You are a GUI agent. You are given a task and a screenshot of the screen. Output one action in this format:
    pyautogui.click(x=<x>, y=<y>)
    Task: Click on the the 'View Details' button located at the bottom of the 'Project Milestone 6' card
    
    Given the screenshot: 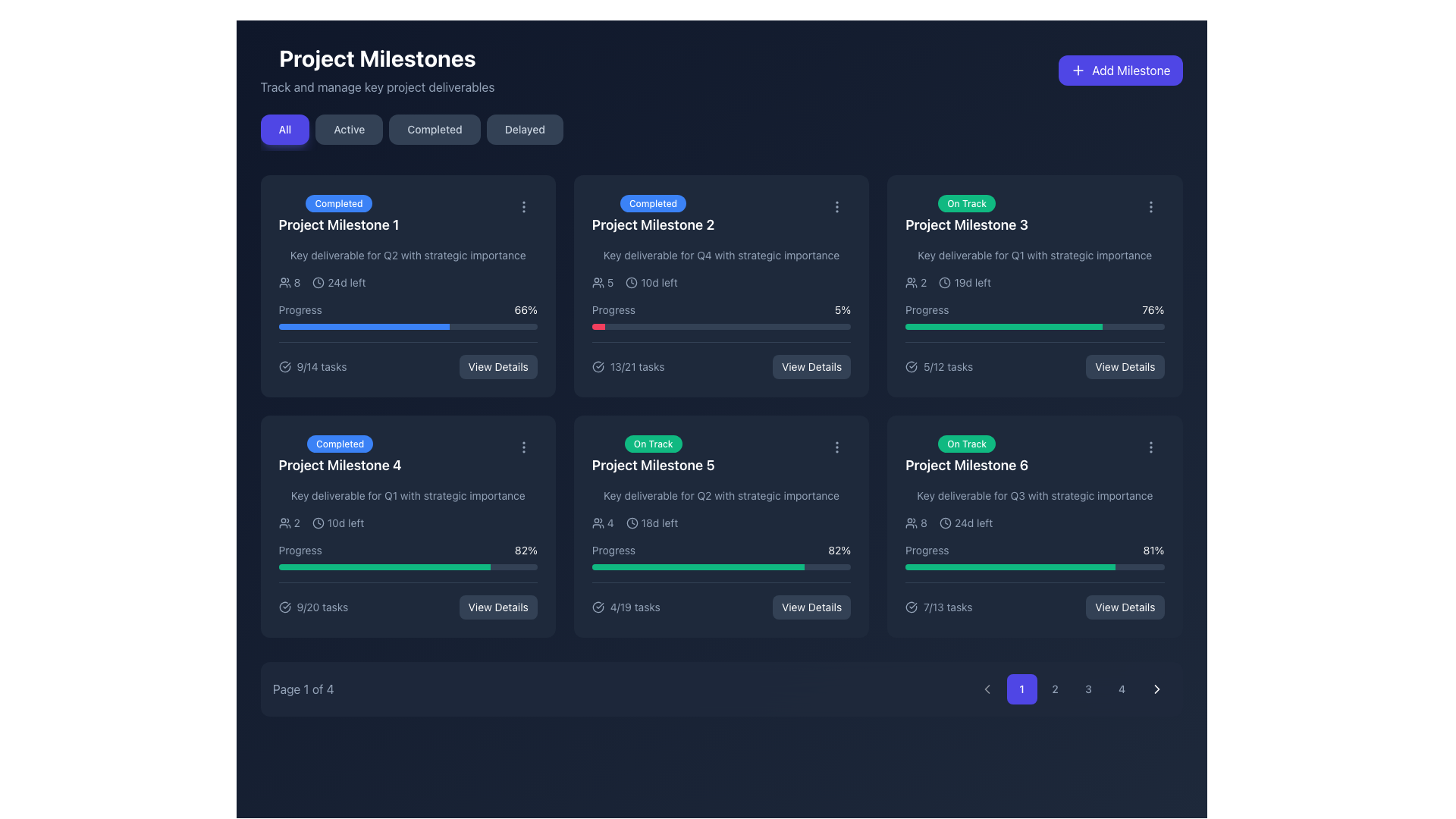 What is the action you would take?
    pyautogui.click(x=1034, y=600)
    